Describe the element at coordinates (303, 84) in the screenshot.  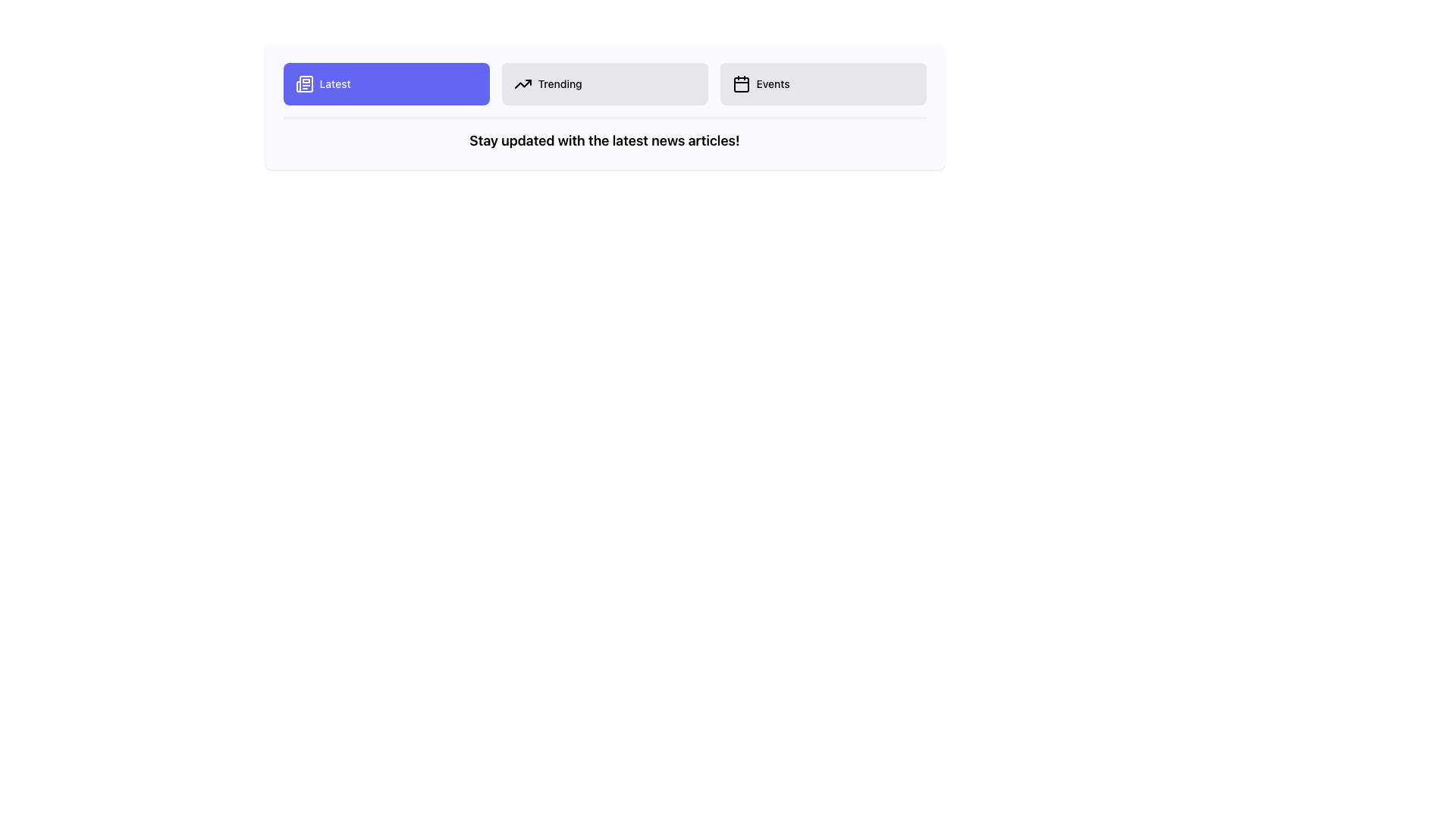
I see `the 'Latest' button which contains a newspaper icon on the left side` at that location.